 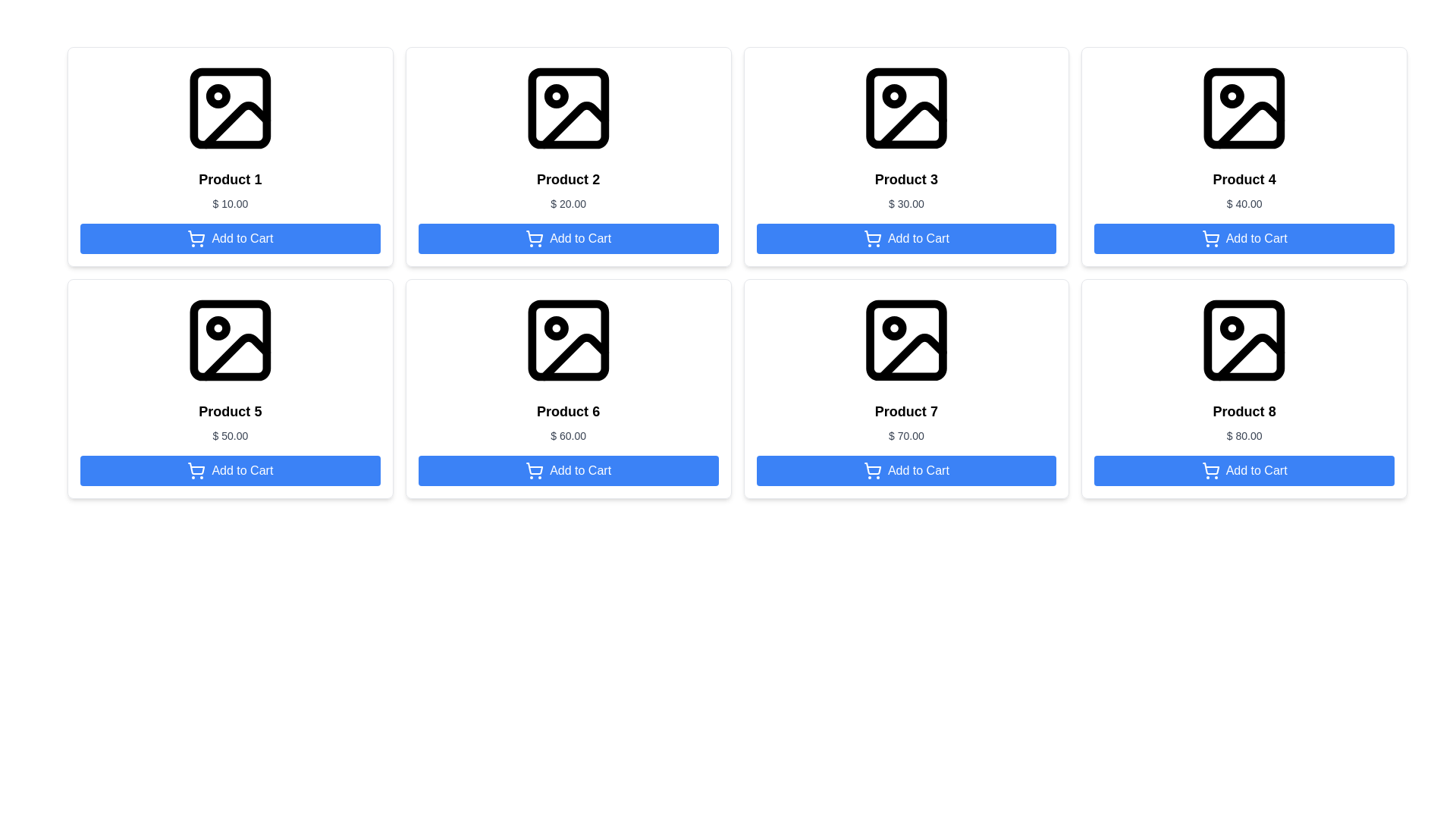 What do you see at coordinates (229, 107) in the screenshot?
I see `the small black rectangular frame element located inside the image icon of the first card labeled 'Product 1' in the grid layout` at bounding box center [229, 107].